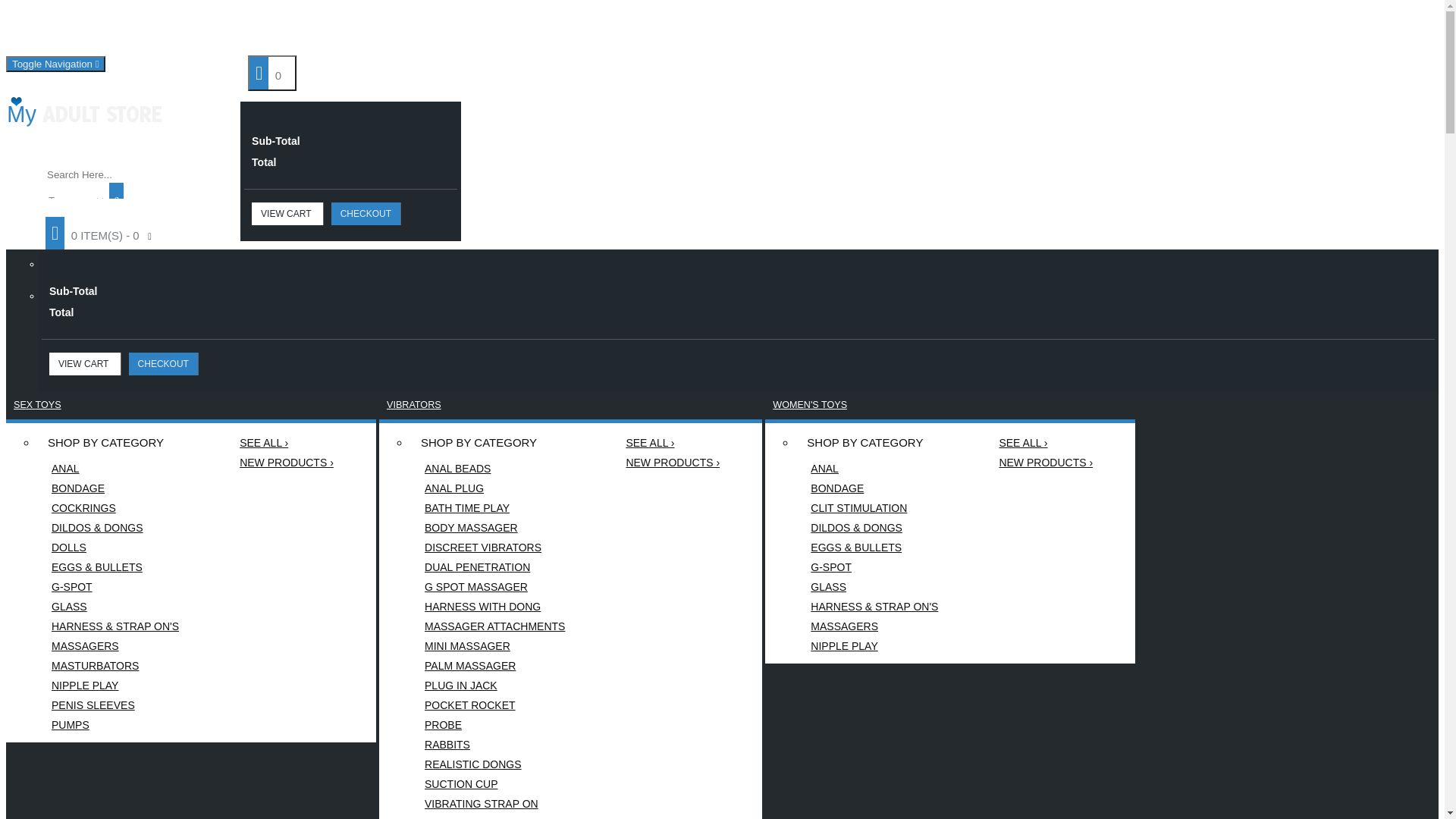 Image resolution: width=1456 pixels, height=819 pixels. What do you see at coordinates (494, 567) in the screenshot?
I see `'DUAL PENETRATION'` at bounding box center [494, 567].